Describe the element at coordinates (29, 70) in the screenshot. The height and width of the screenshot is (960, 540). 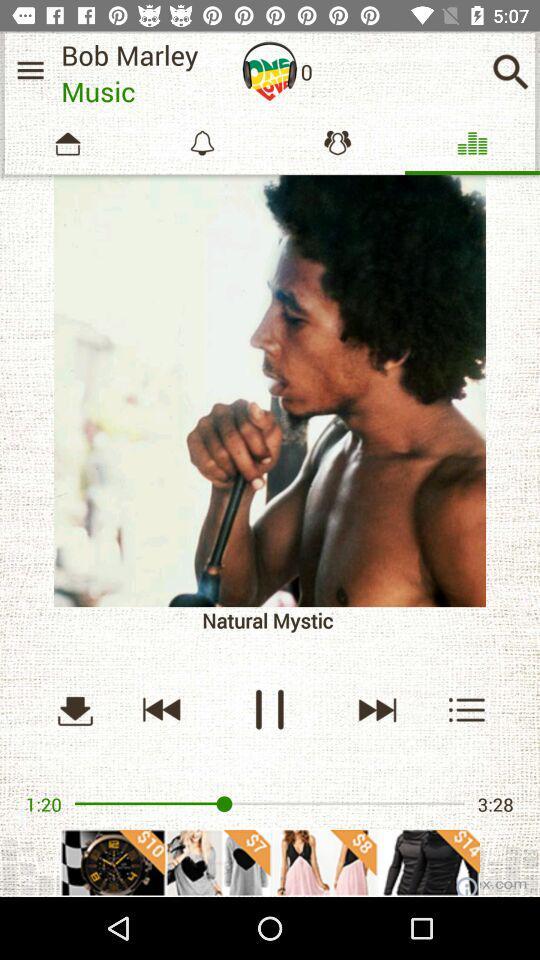
I see `music list` at that location.